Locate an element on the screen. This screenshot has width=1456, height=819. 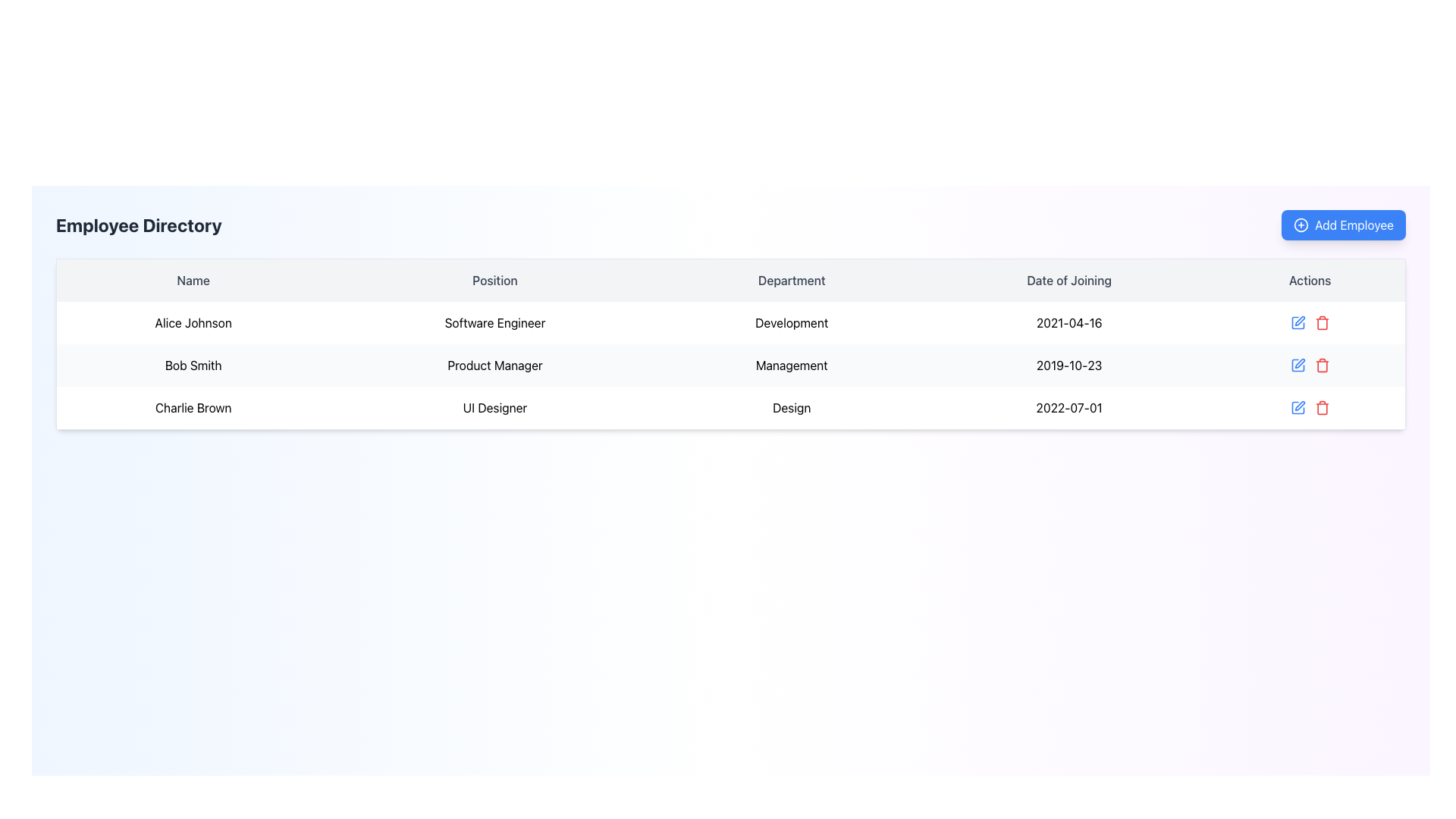
the graphical representation of the circular outline plus icon located within the 'Add Employee' button in the top right corner of the interface is located at coordinates (1301, 225).